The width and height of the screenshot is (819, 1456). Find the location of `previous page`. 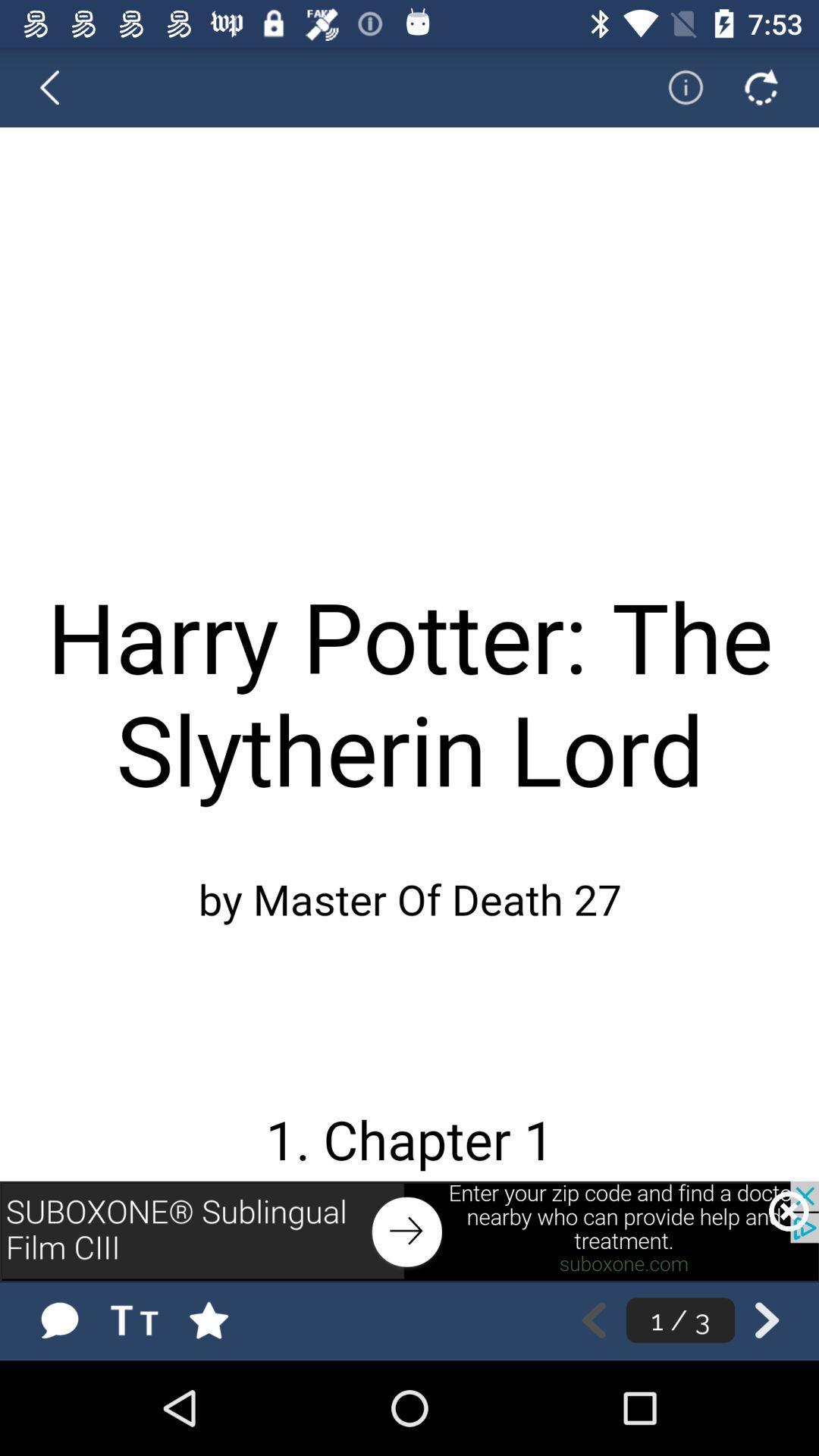

previous page is located at coordinates (58, 86).